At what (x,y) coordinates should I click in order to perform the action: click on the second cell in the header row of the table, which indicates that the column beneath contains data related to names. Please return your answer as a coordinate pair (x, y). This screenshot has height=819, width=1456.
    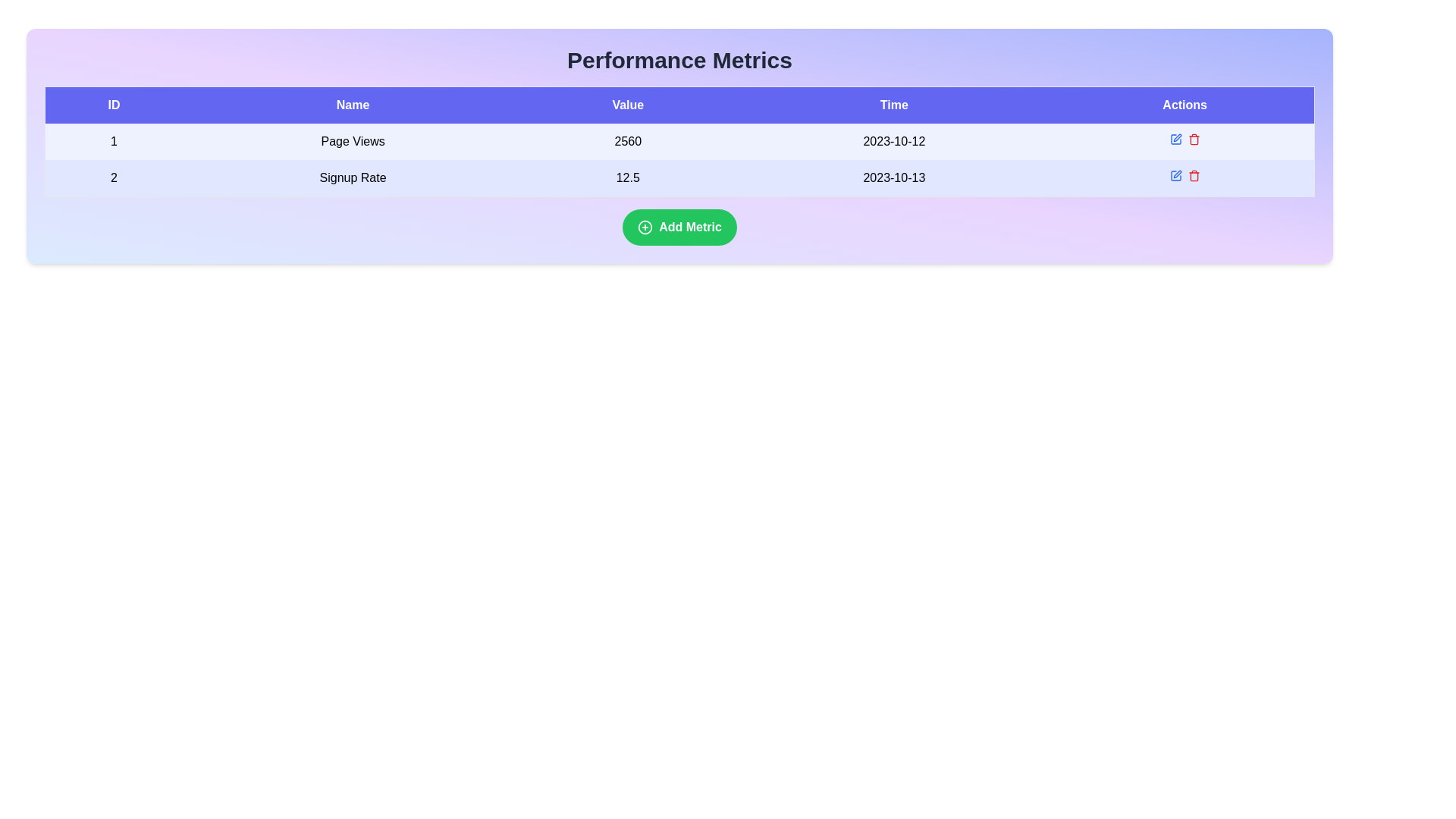
    Looking at the image, I should click on (352, 104).